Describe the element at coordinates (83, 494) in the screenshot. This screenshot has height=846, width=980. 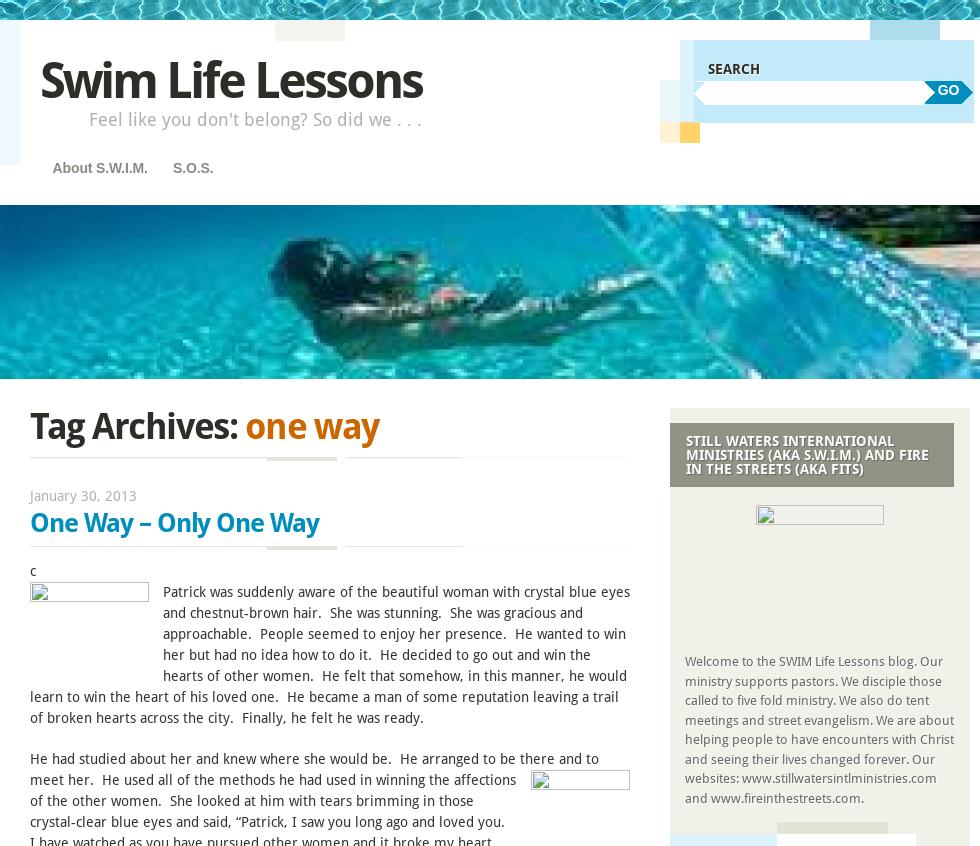
I see `'January 30, 2013'` at that location.